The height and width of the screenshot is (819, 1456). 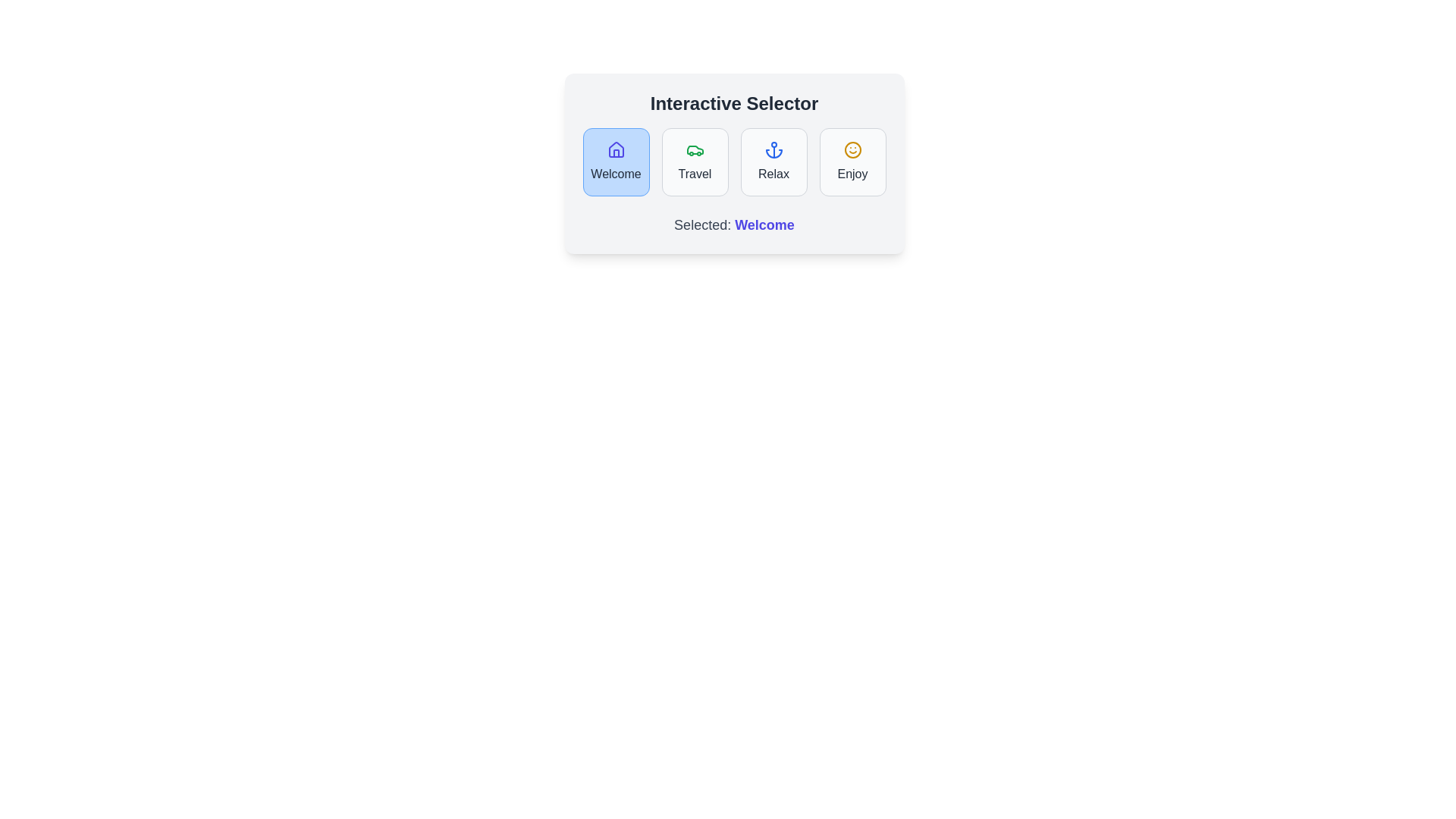 What do you see at coordinates (773, 154) in the screenshot?
I see `the semi-circular blue component of the Relax icon, which is part of an SVG graphic resembling an anchor` at bounding box center [773, 154].